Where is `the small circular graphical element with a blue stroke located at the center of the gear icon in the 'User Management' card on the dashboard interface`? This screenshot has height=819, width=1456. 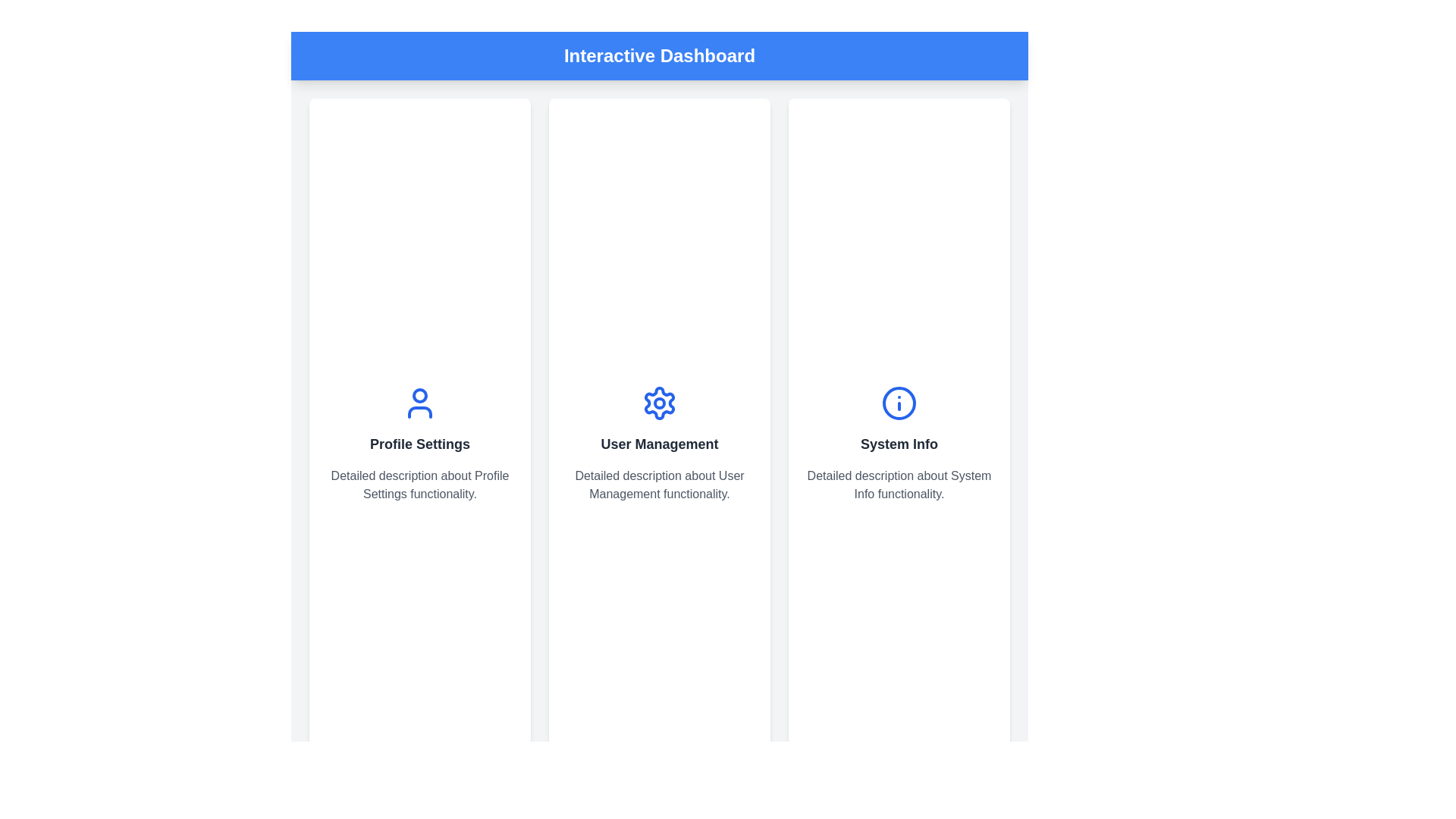 the small circular graphical element with a blue stroke located at the center of the gear icon in the 'User Management' card on the dashboard interface is located at coordinates (659, 403).